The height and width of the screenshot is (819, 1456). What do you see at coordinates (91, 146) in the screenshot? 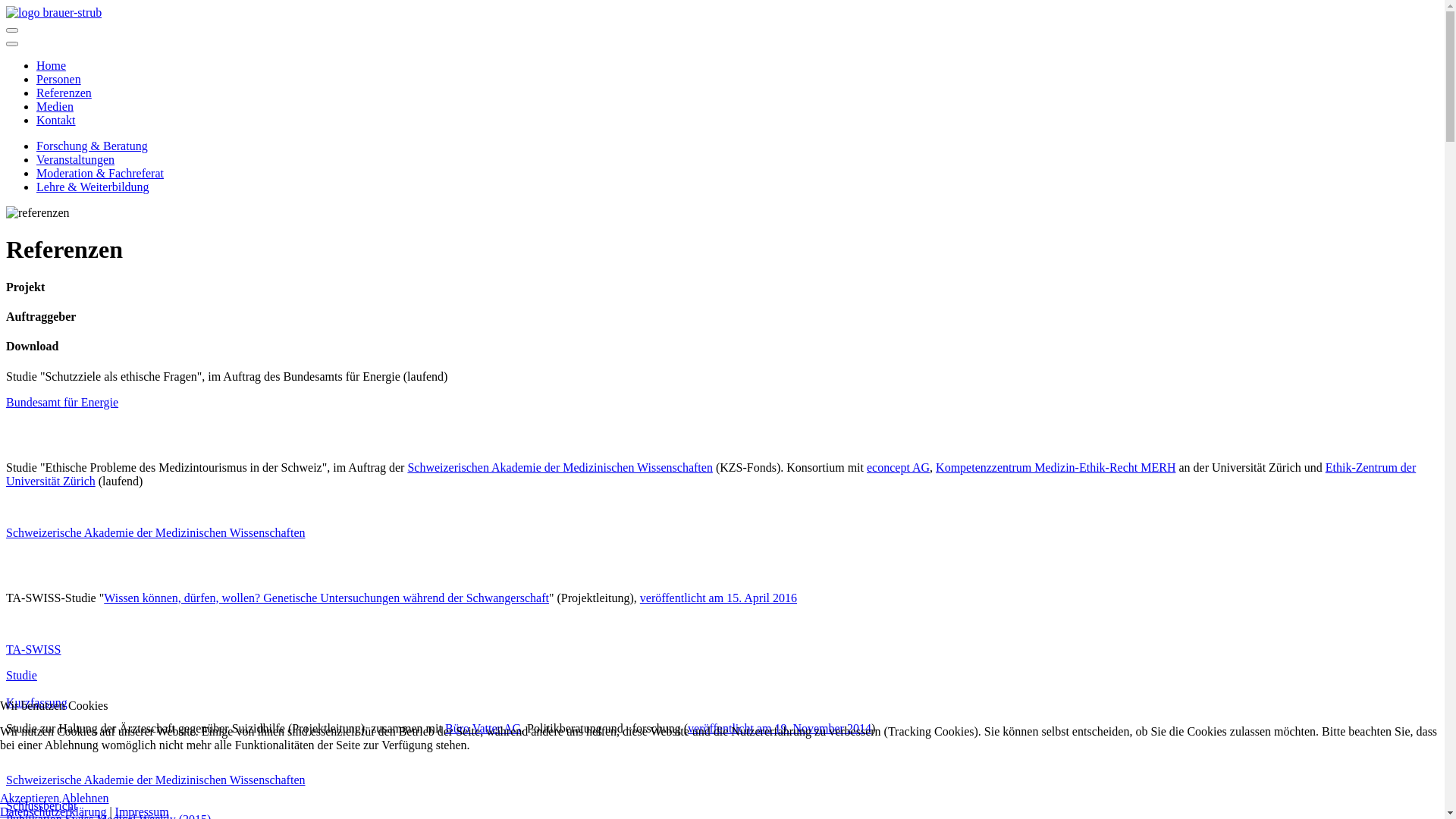
I see `'Forschung & Beratung'` at bounding box center [91, 146].